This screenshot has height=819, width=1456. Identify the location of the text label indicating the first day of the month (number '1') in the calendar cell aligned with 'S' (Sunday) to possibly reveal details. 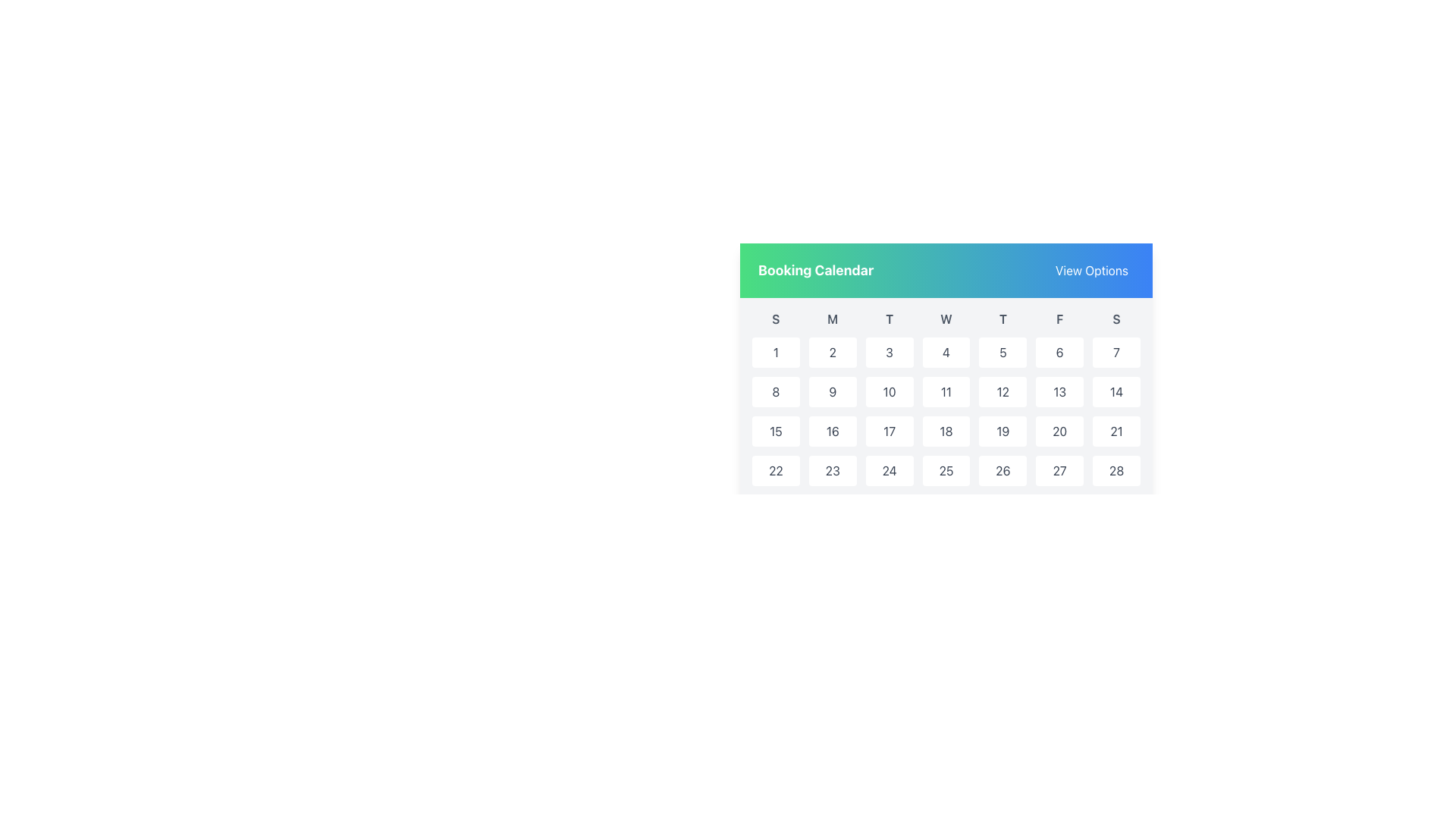
(776, 353).